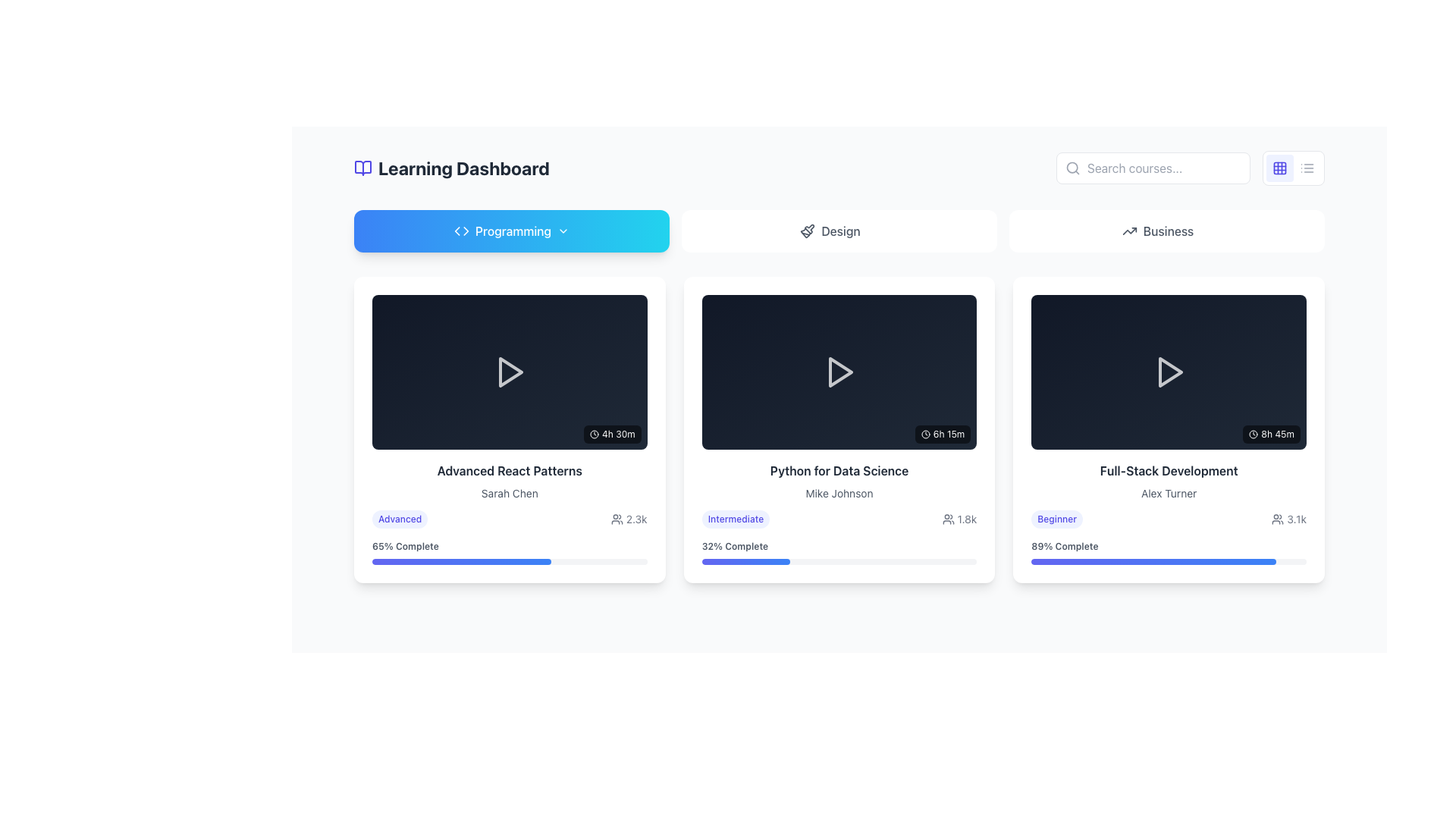  Describe the element at coordinates (735, 547) in the screenshot. I see `the text label indicating the completion percentage of the 'Python for Data Science' course, located above the blue progress bar` at that location.